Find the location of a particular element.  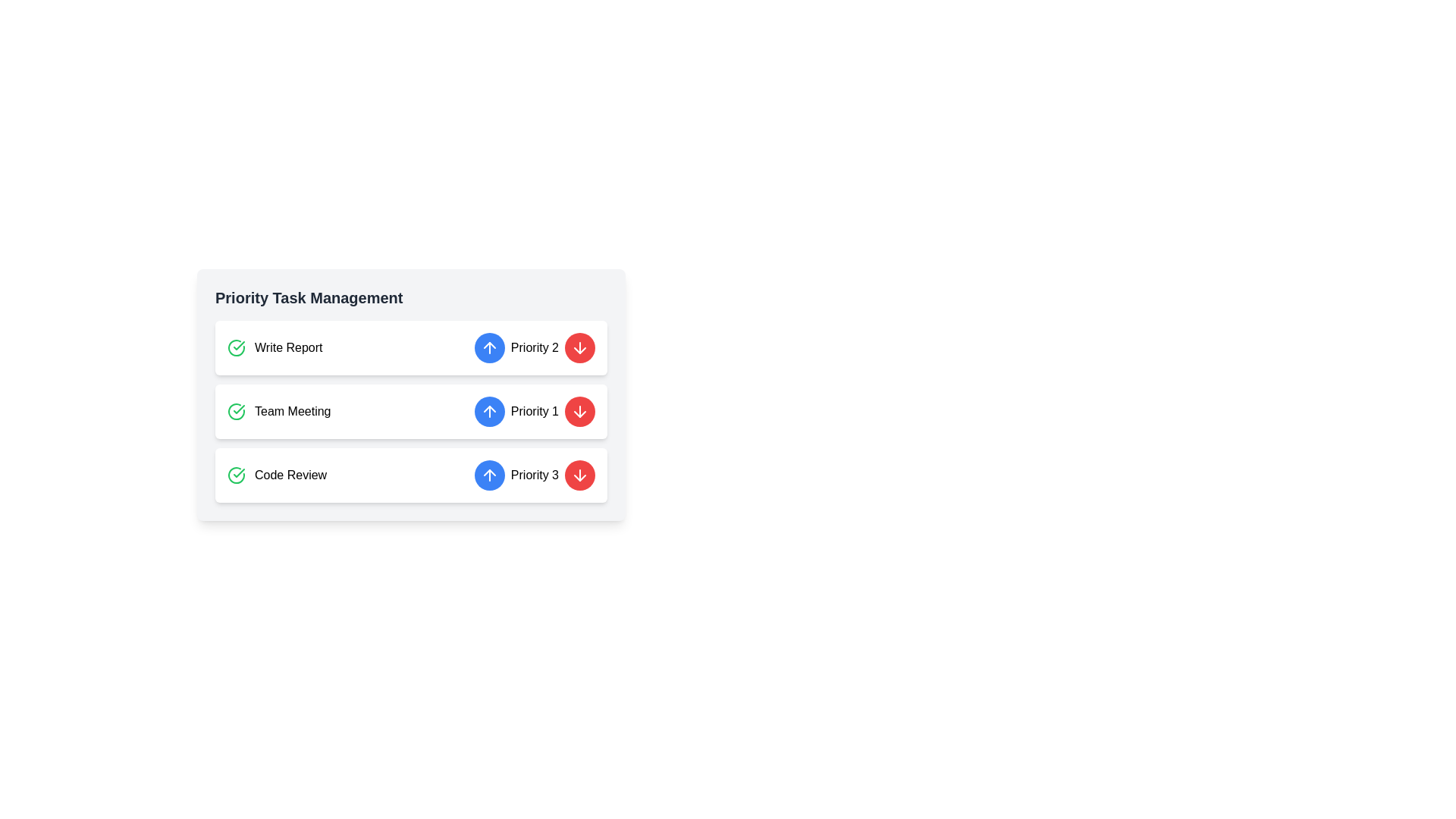

the static indicator icon representing the completion status of the 'Team Meeting' task, located to the left of the task text in the second row of the task list is located at coordinates (236, 412).